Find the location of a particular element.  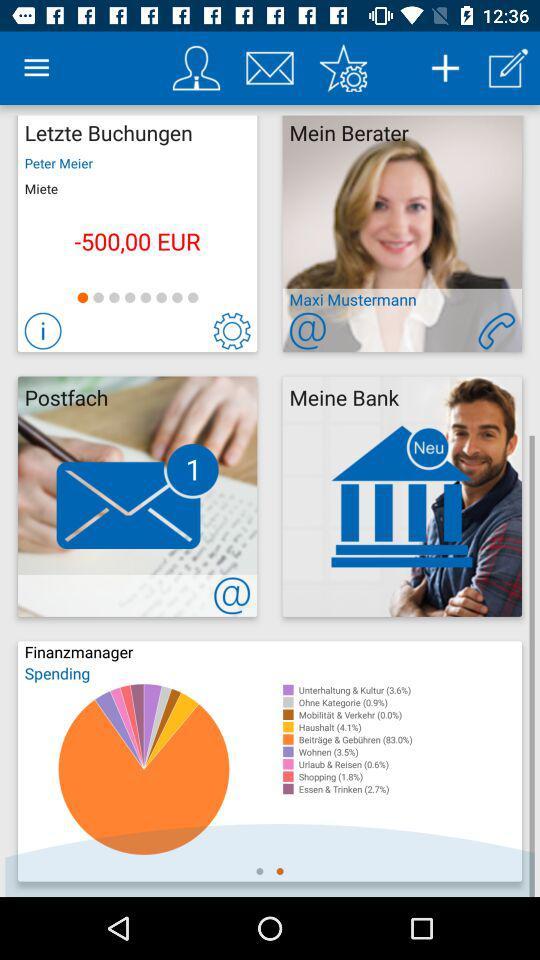

favorites is located at coordinates (342, 68).